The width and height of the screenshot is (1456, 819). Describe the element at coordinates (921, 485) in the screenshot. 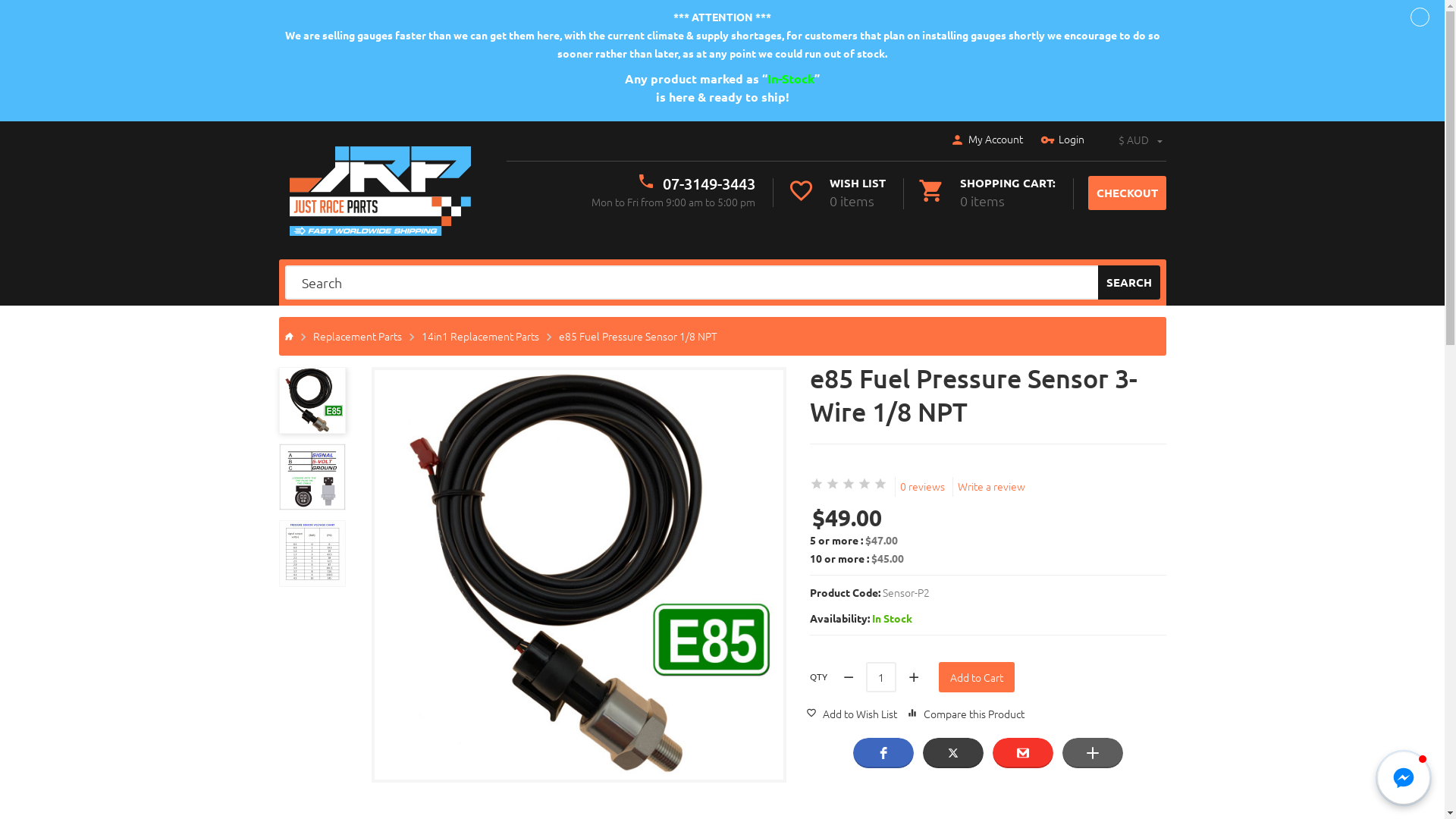

I see `'0 reviews'` at that location.